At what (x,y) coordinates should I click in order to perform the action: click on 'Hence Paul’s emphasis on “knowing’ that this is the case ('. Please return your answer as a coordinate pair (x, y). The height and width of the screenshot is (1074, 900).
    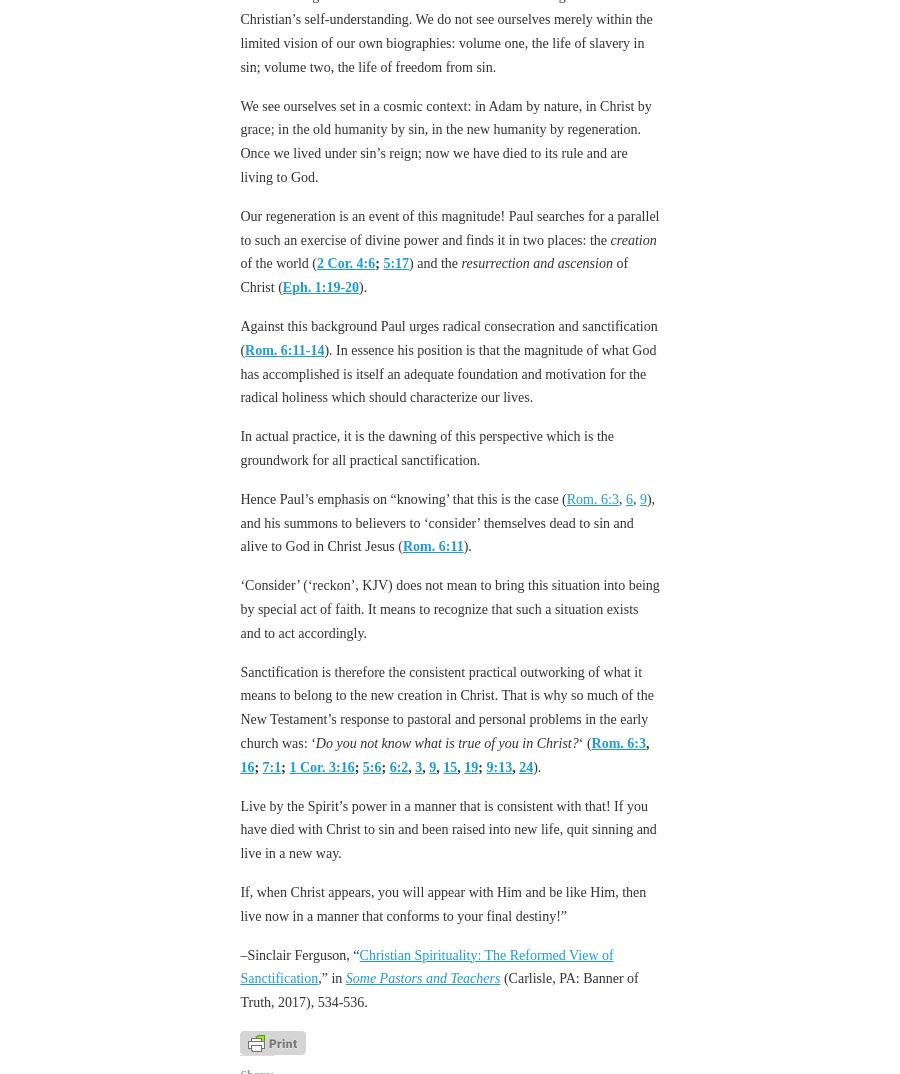
    Looking at the image, I should click on (403, 498).